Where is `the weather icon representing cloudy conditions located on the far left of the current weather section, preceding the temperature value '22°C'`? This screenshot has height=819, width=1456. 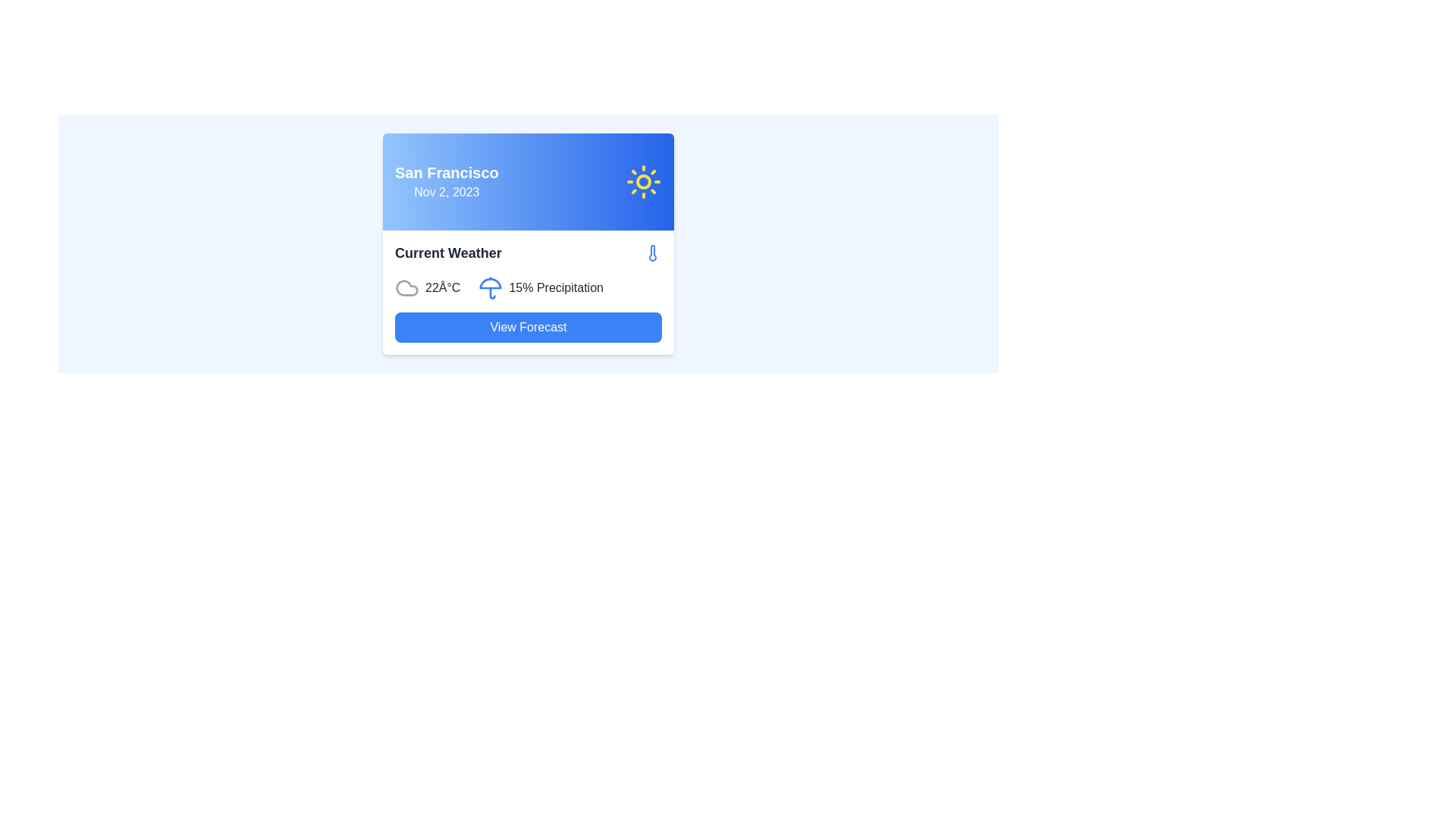
the weather icon representing cloudy conditions located on the far left of the current weather section, preceding the temperature value '22°C' is located at coordinates (407, 288).